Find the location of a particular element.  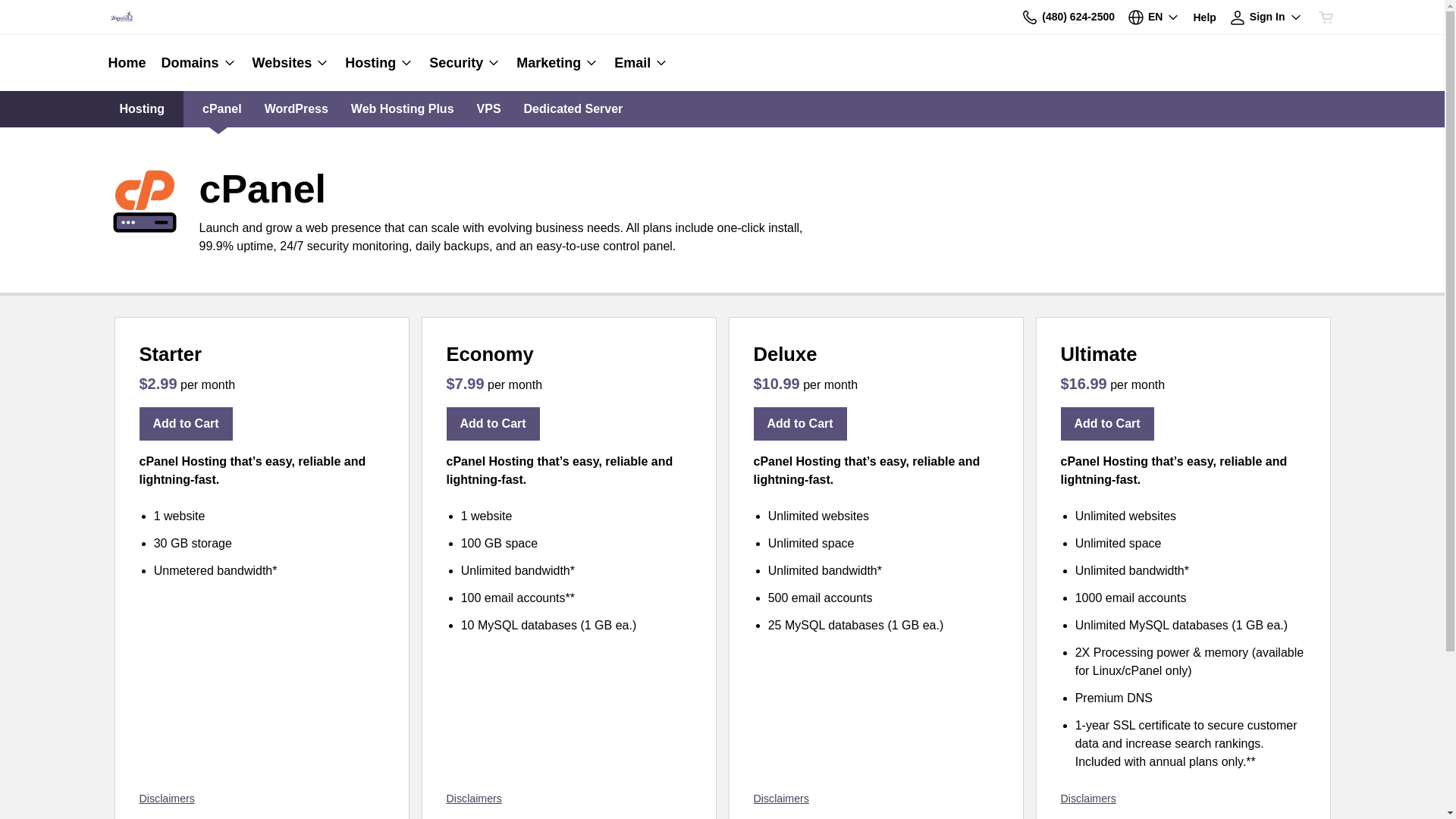

'cPanel' is located at coordinates (221, 108).